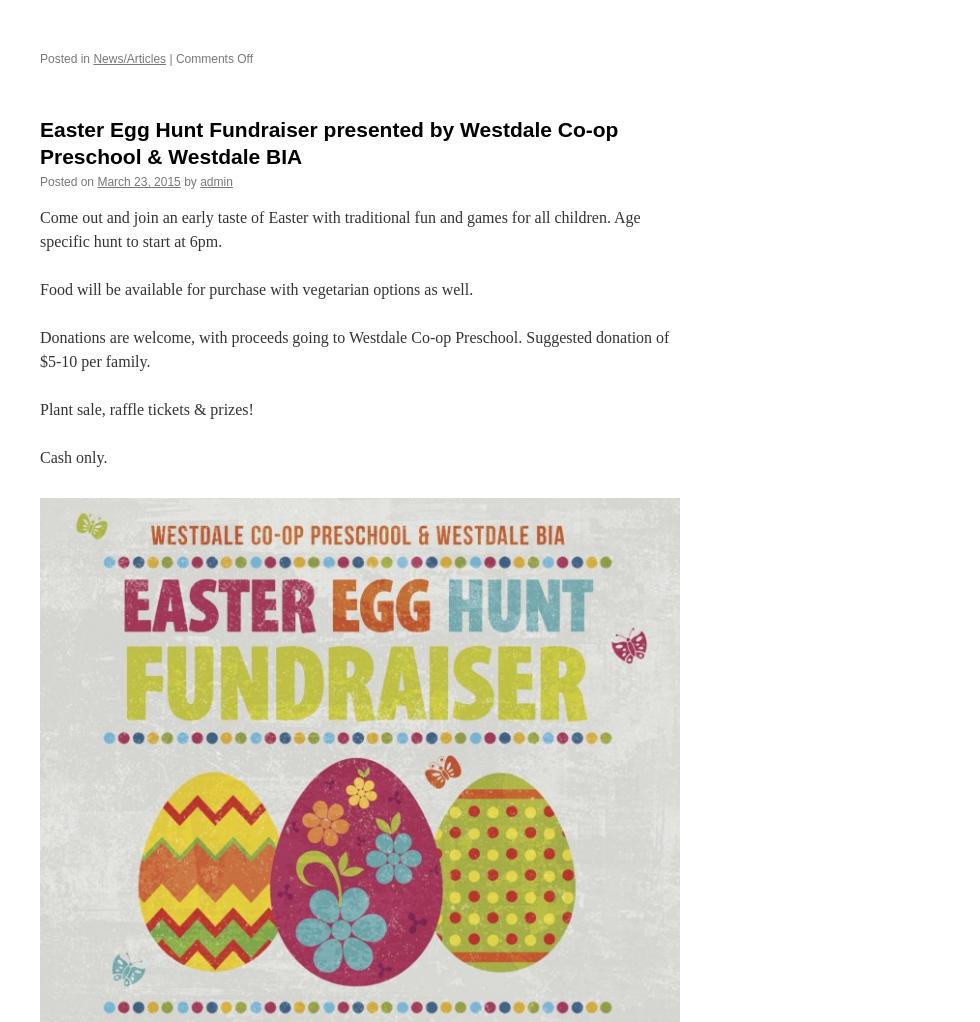  What do you see at coordinates (67, 181) in the screenshot?
I see `'Posted on'` at bounding box center [67, 181].